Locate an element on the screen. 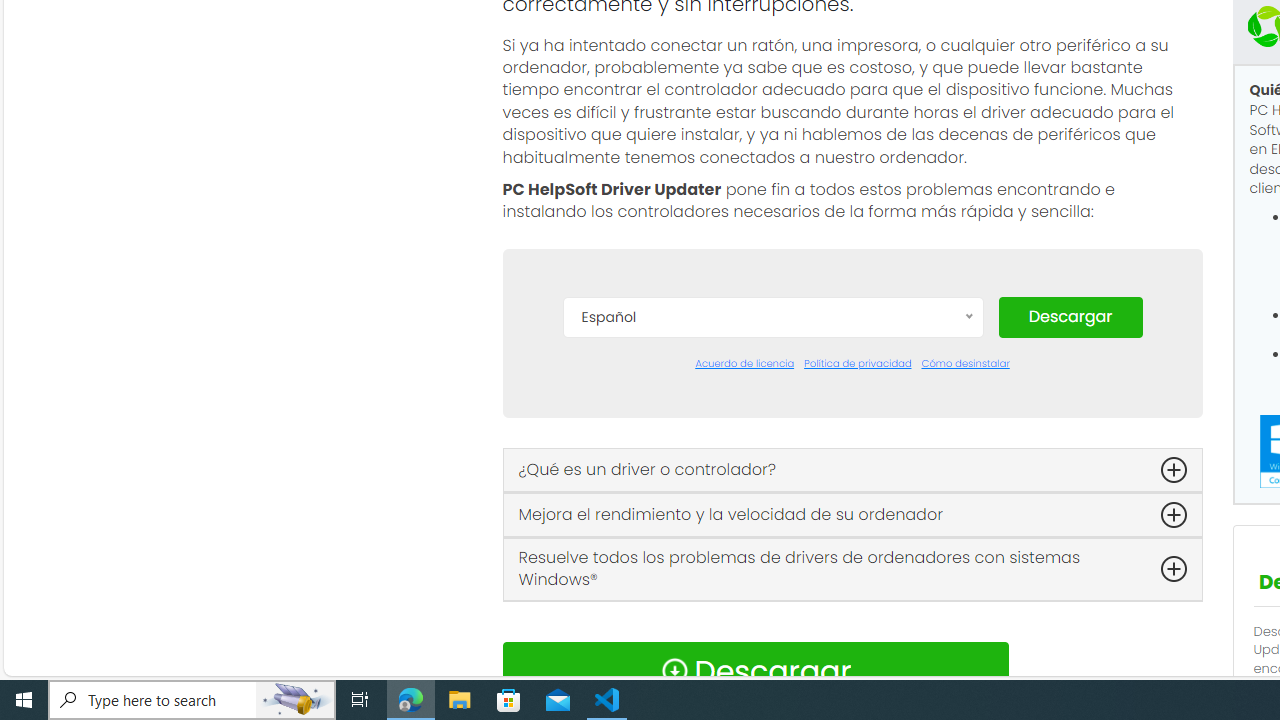 This screenshot has height=720, width=1280. 'Descargar' is located at coordinates (1069, 315).